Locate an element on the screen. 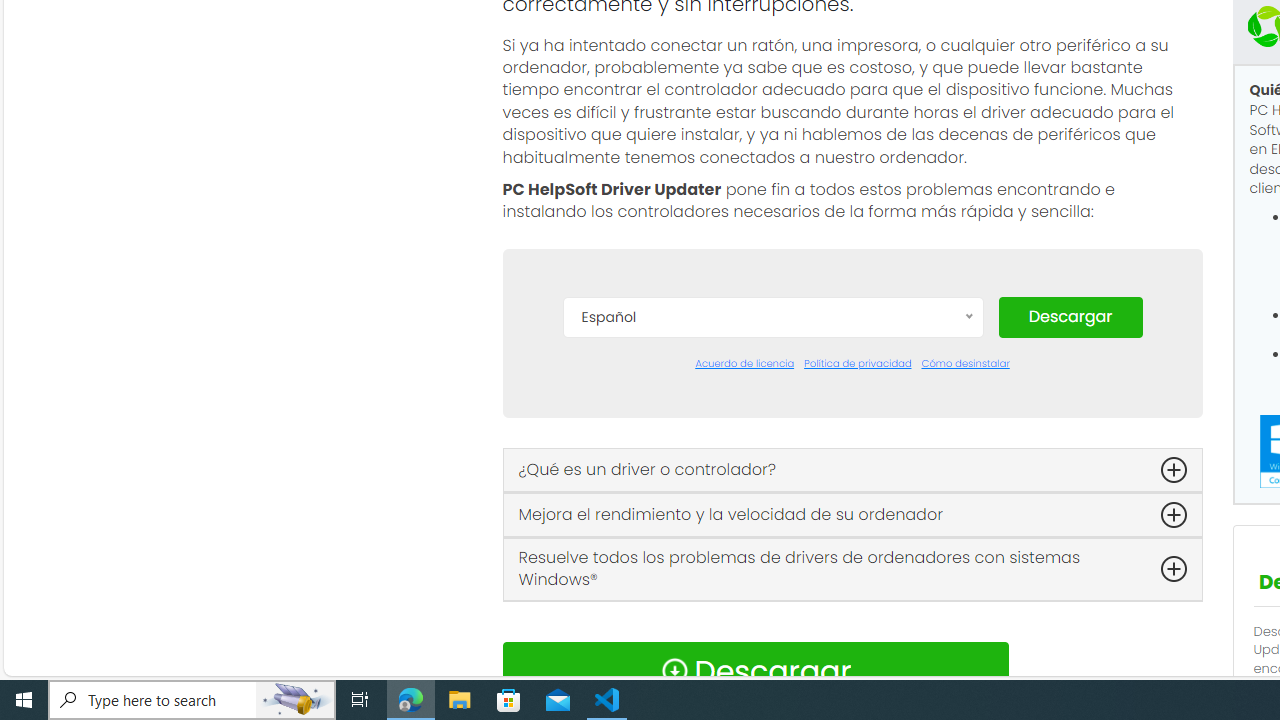 This screenshot has height=720, width=1280. 'Descargar' is located at coordinates (1069, 315).